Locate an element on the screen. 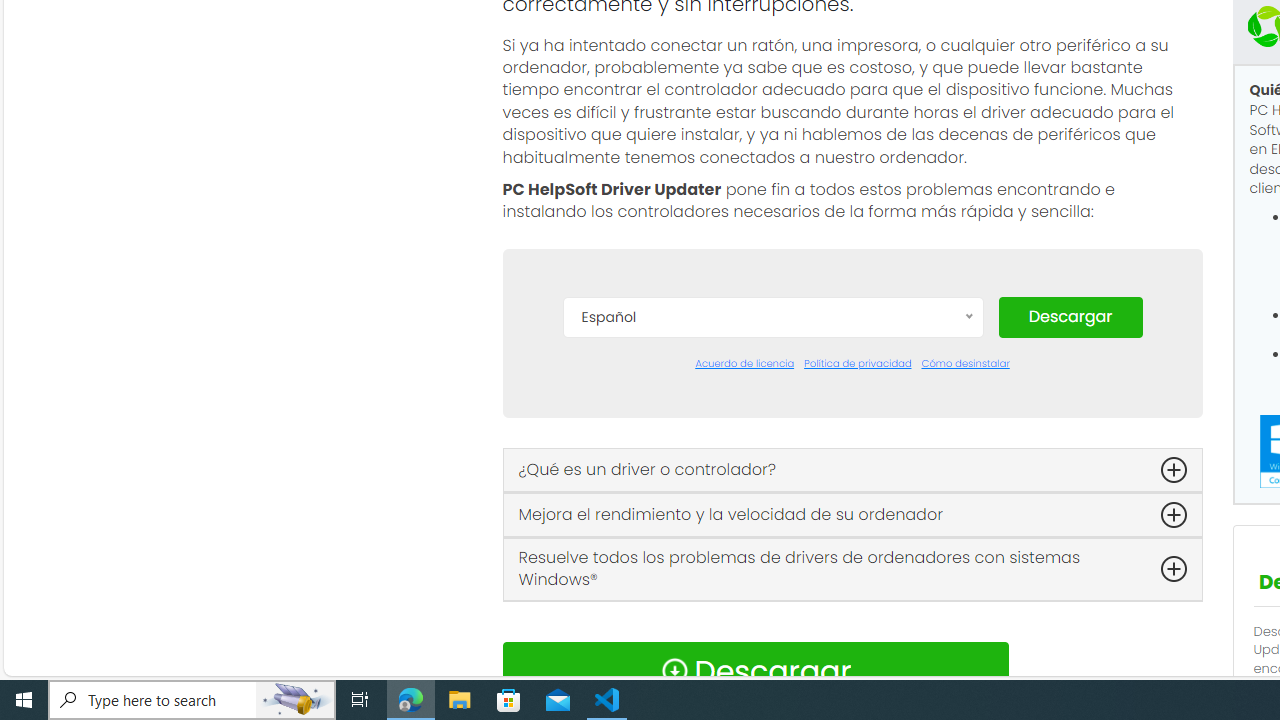 This screenshot has height=720, width=1280. 'Descargar' is located at coordinates (1069, 315).